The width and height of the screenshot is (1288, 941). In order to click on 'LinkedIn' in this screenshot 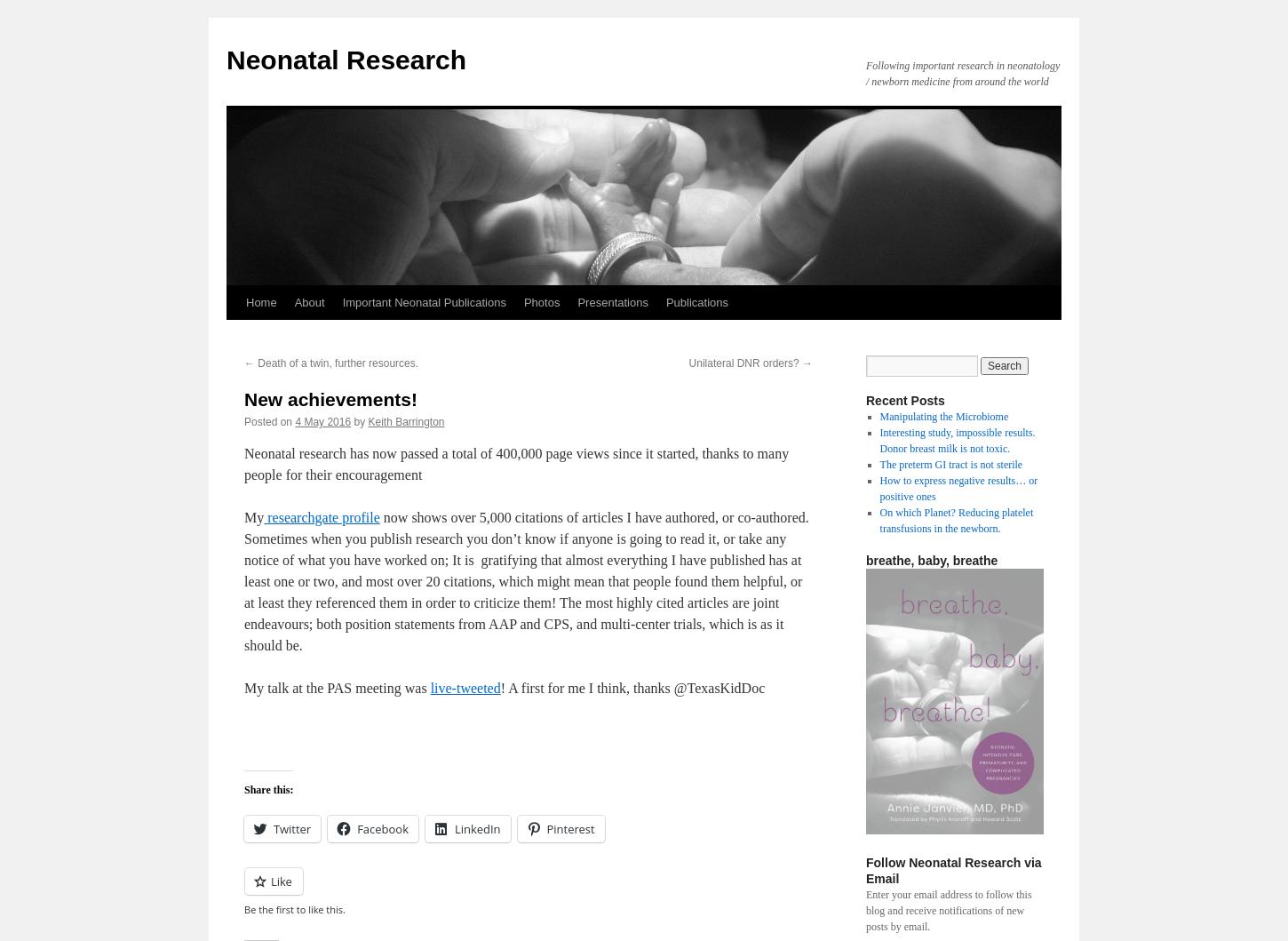, I will do `click(477, 828)`.